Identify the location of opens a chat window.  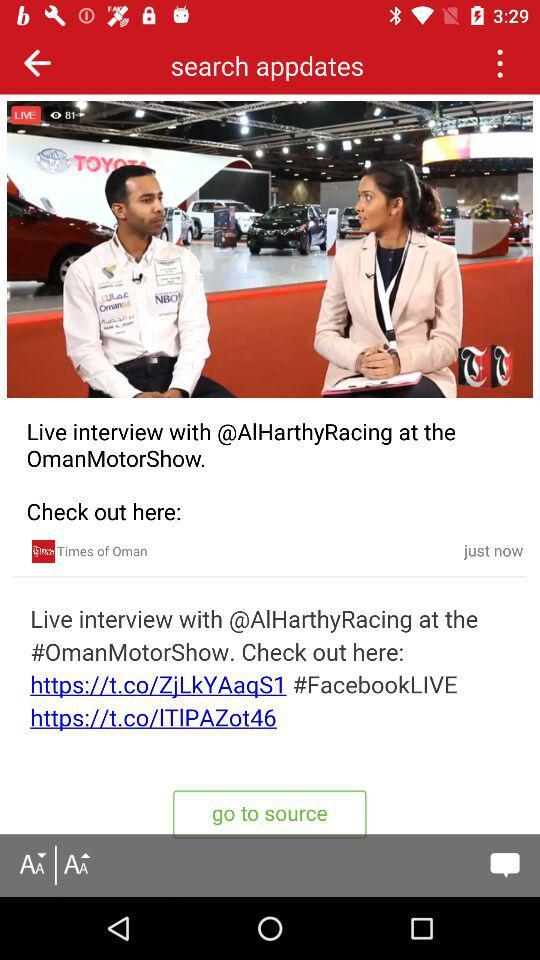
(504, 864).